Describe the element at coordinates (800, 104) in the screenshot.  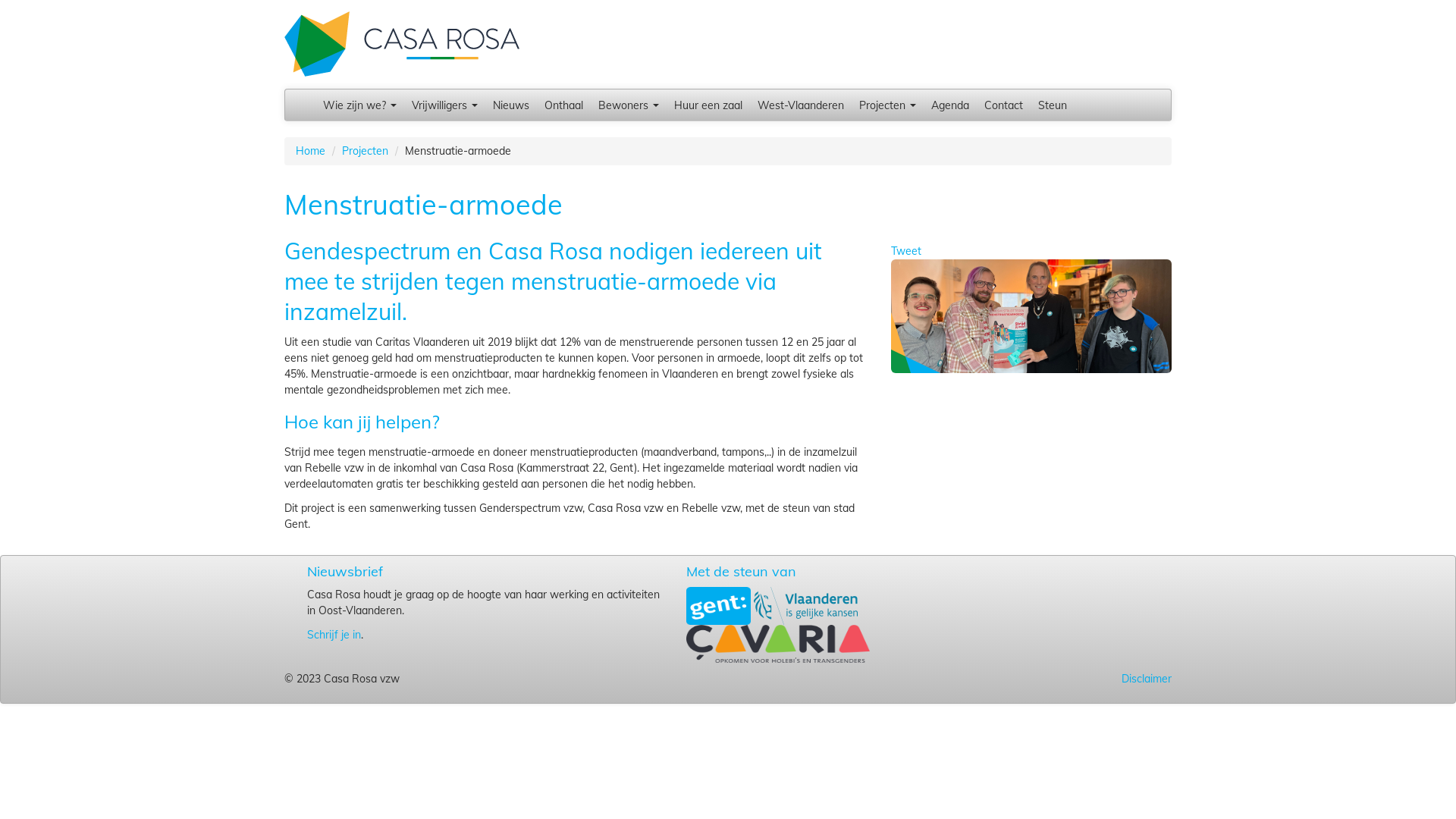
I see `'West-Vlaanderen'` at that location.